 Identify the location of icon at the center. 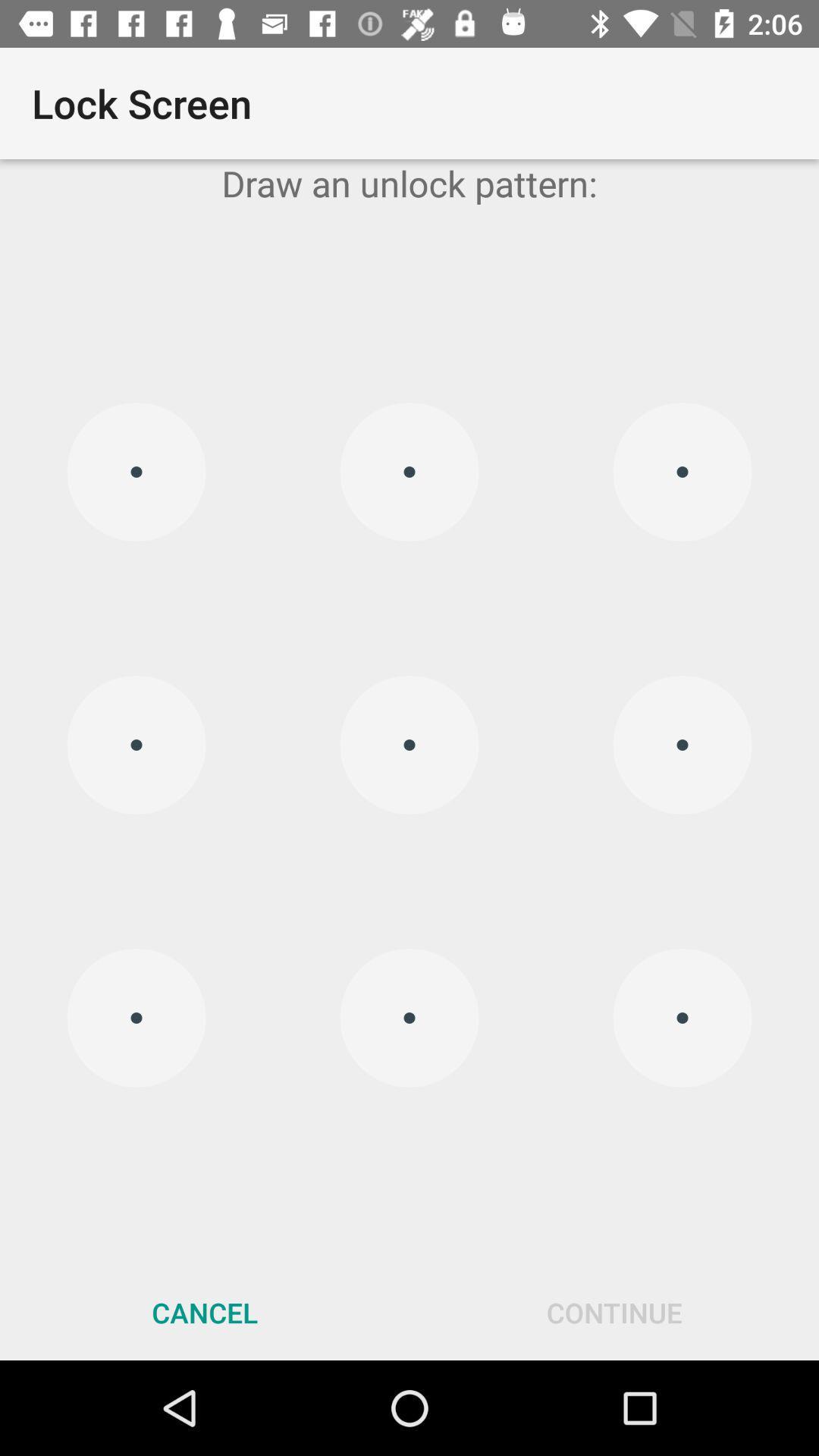
(409, 745).